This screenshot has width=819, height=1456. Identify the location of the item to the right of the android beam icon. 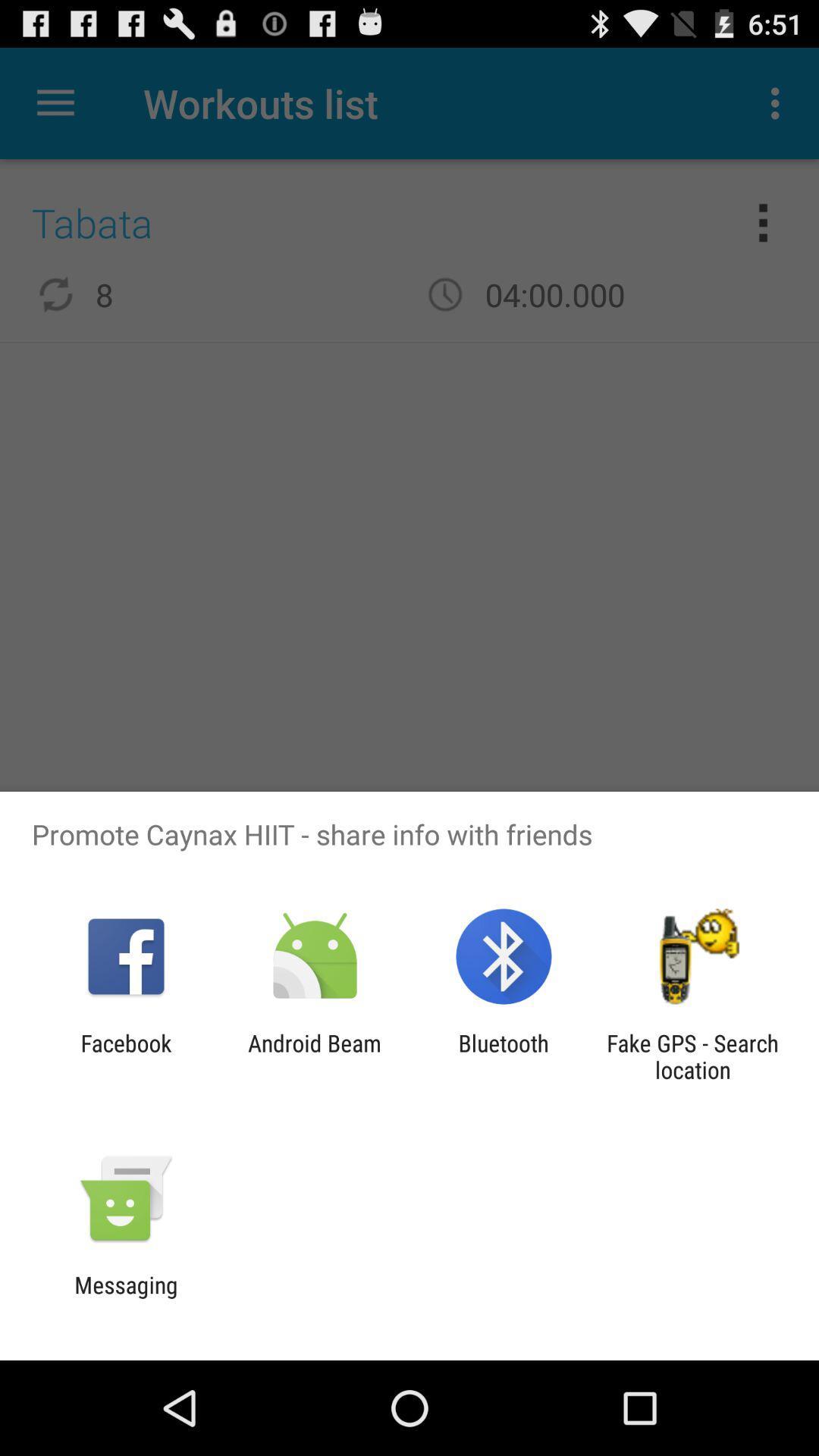
(504, 1056).